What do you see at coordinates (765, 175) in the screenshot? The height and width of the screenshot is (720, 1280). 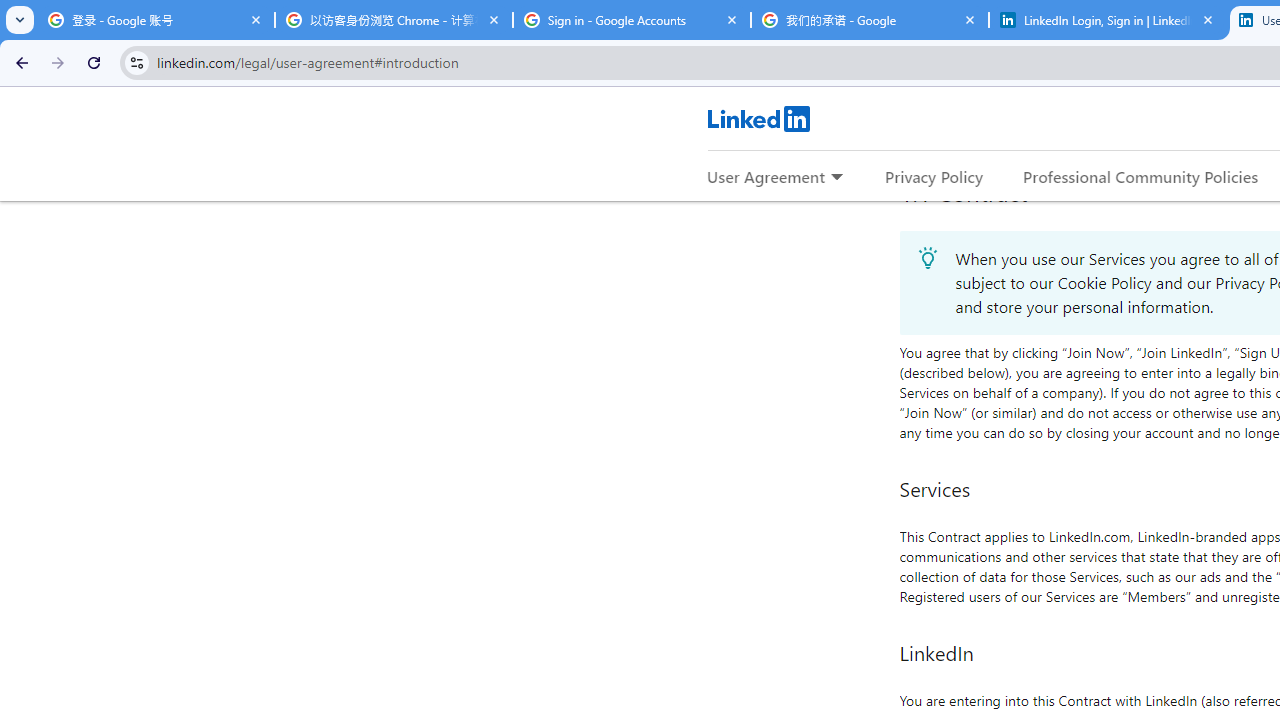 I see `'User Agreement'` at bounding box center [765, 175].